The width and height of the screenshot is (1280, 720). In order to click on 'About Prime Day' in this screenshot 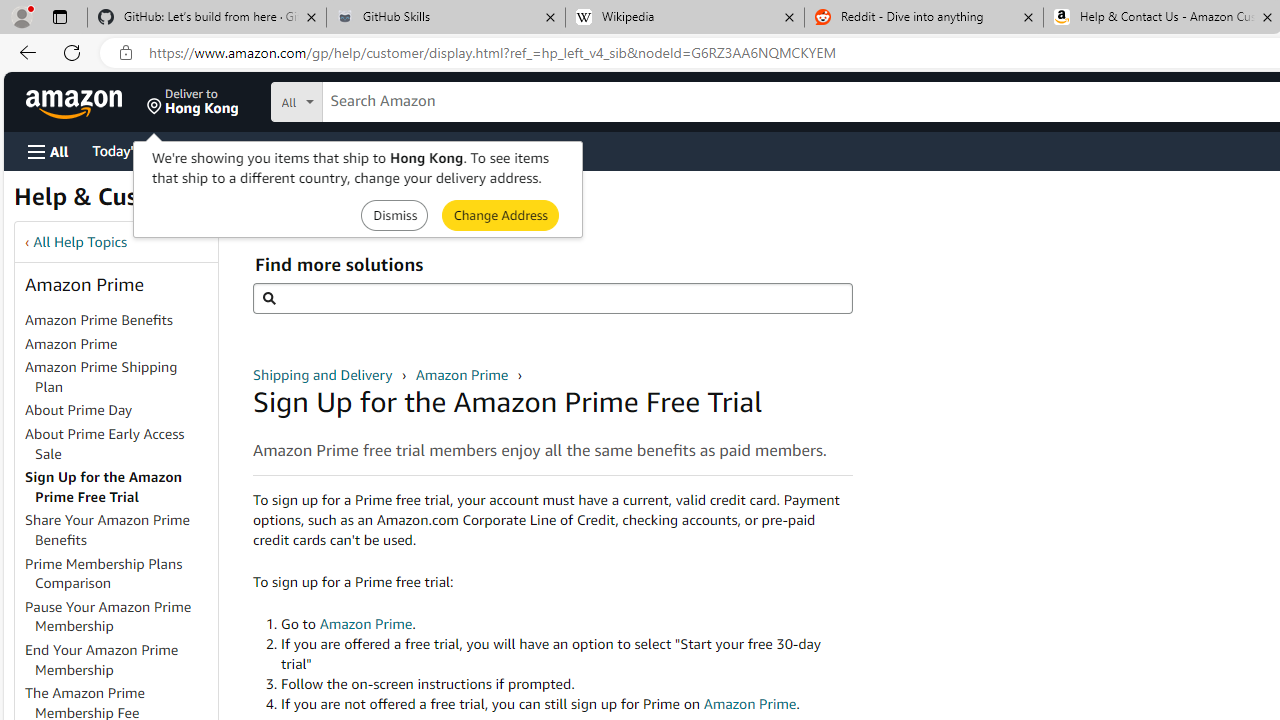, I will do `click(79, 409)`.